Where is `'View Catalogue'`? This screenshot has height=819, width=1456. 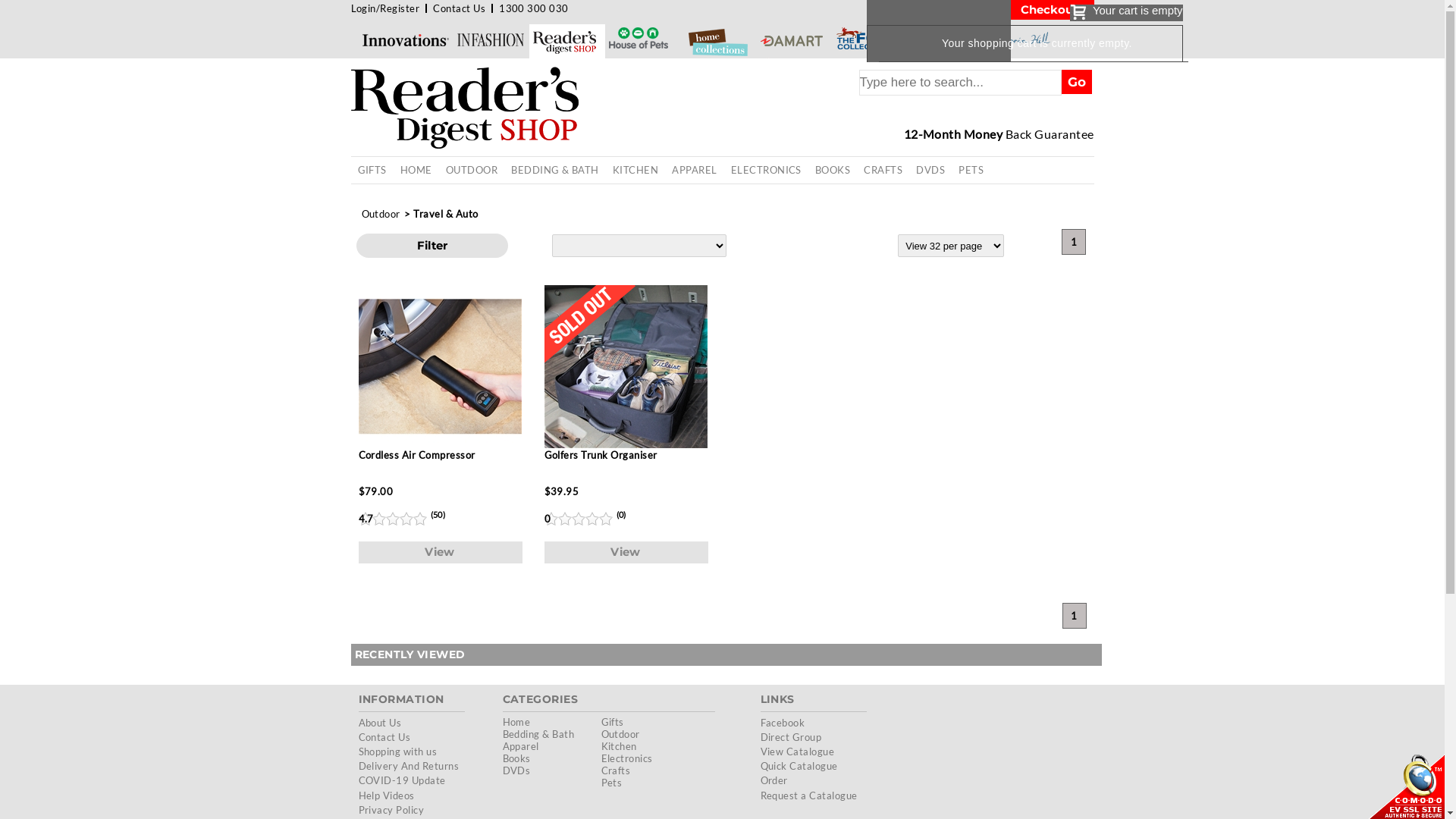
'View Catalogue' is located at coordinates (796, 752).